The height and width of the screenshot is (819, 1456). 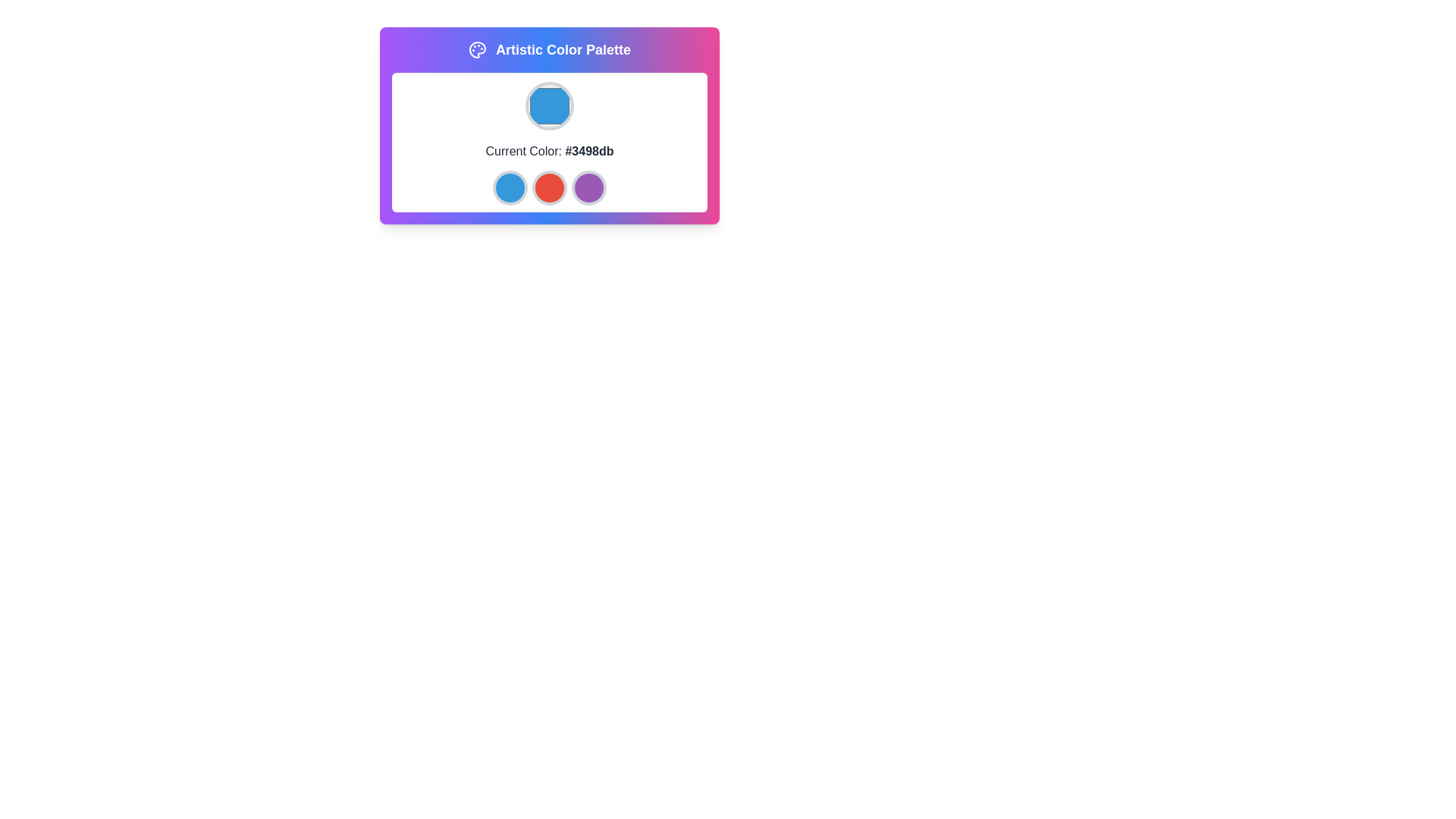 I want to click on the static text label displaying 'Current Color: #3498db', which is centrally placed below a larger blue color circle and above a row of three colored circular buttons, so click(x=548, y=152).